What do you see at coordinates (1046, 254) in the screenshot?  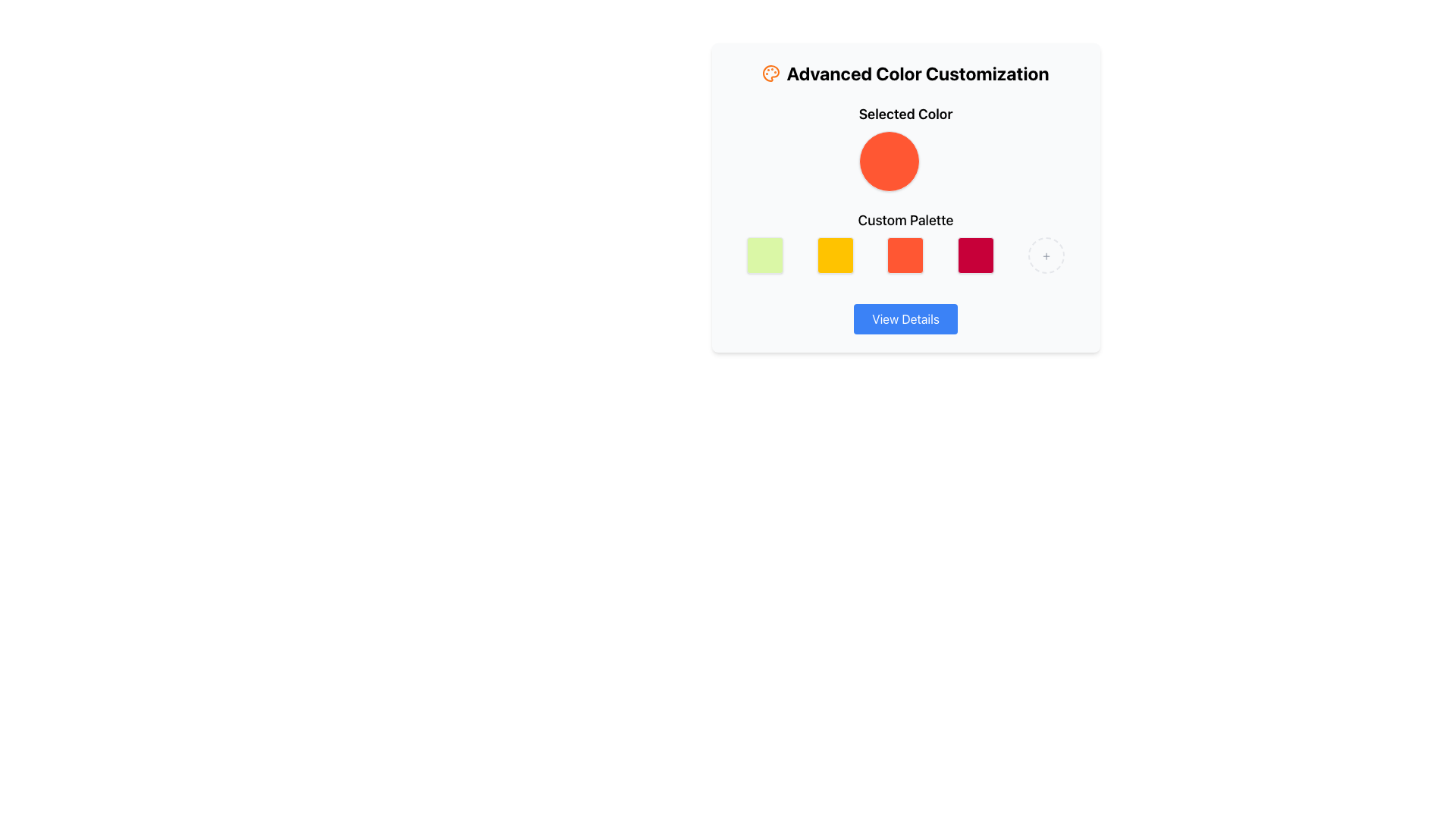 I see `the fifth button in the 'Custom Palette' interface` at bounding box center [1046, 254].